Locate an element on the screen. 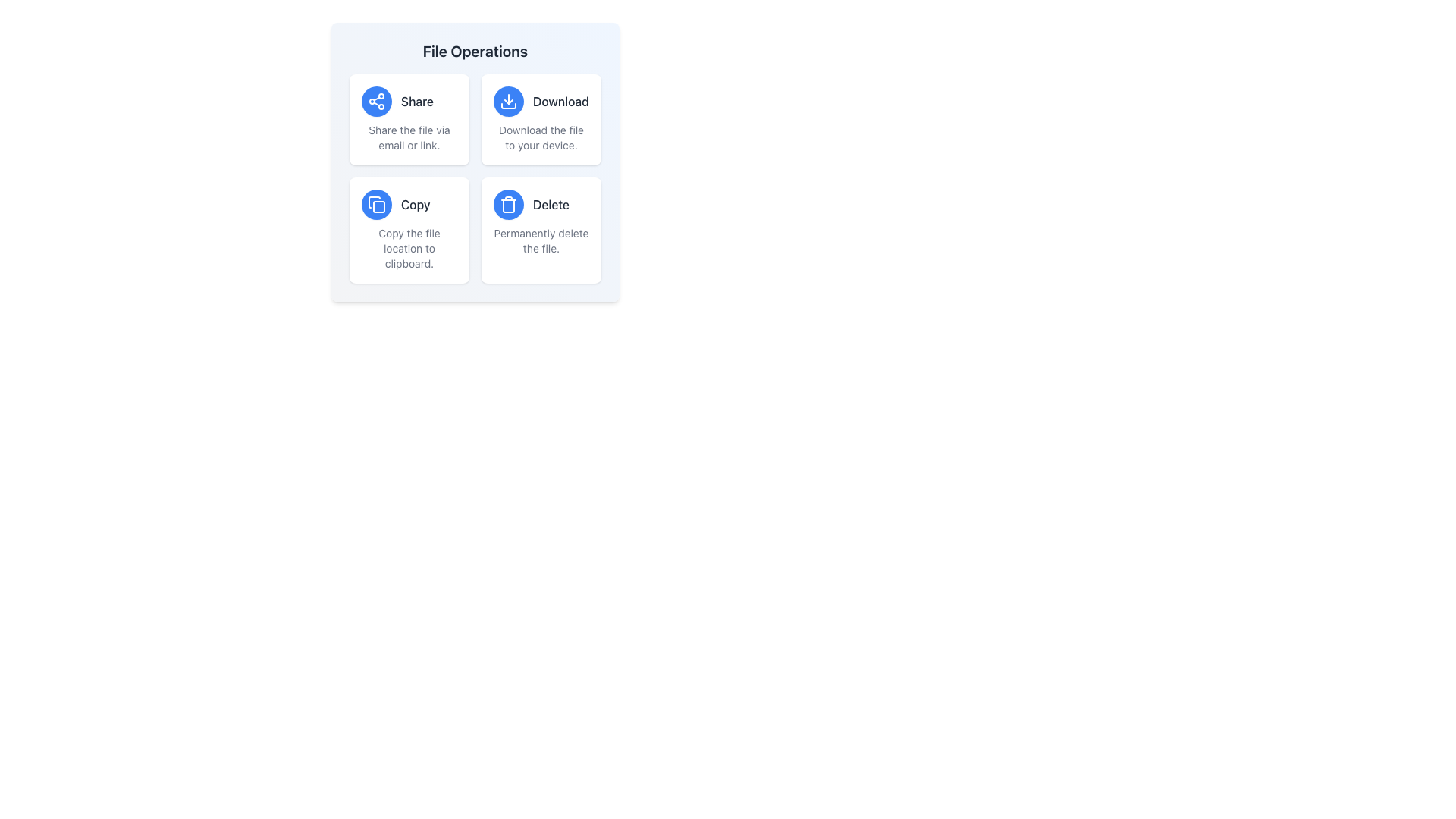 Image resolution: width=1456 pixels, height=819 pixels. the Text Label indicating the function of the Delete button, located in the bottom-right section of the 'File Operations' panel, adjacent to the trash bin icon is located at coordinates (551, 205).